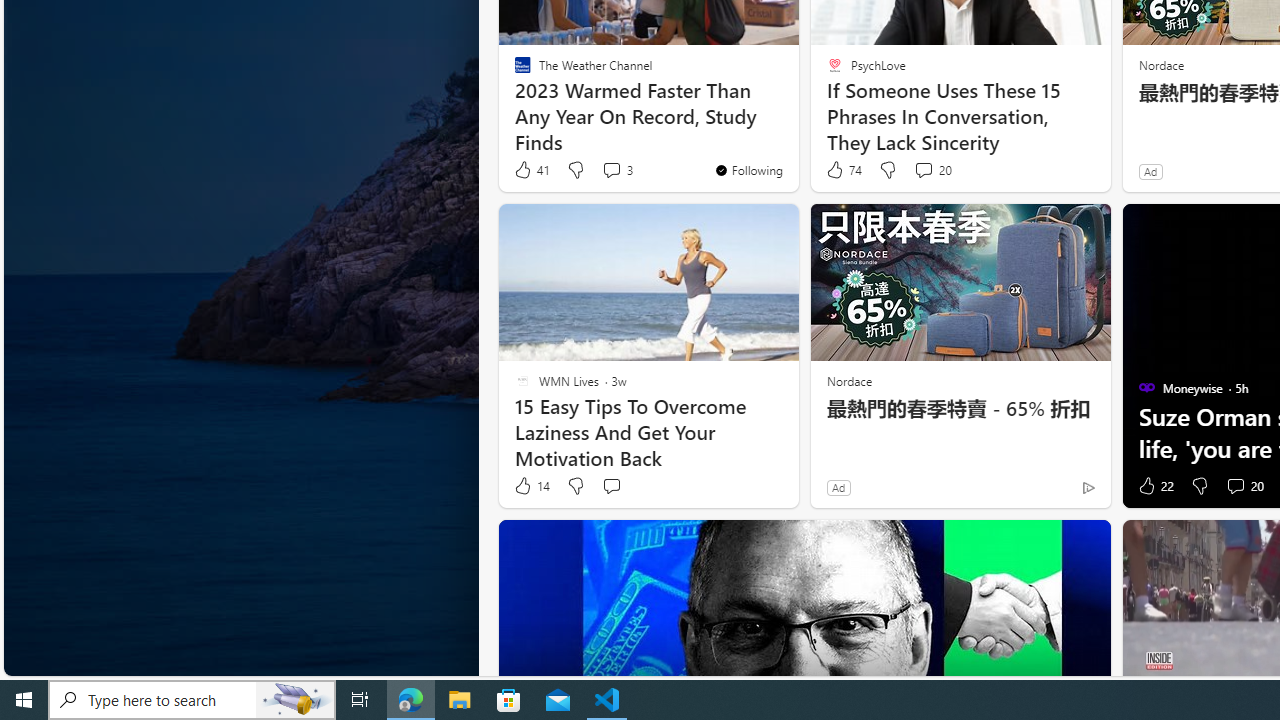  I want to click on '41 Like', so click(531, 169).